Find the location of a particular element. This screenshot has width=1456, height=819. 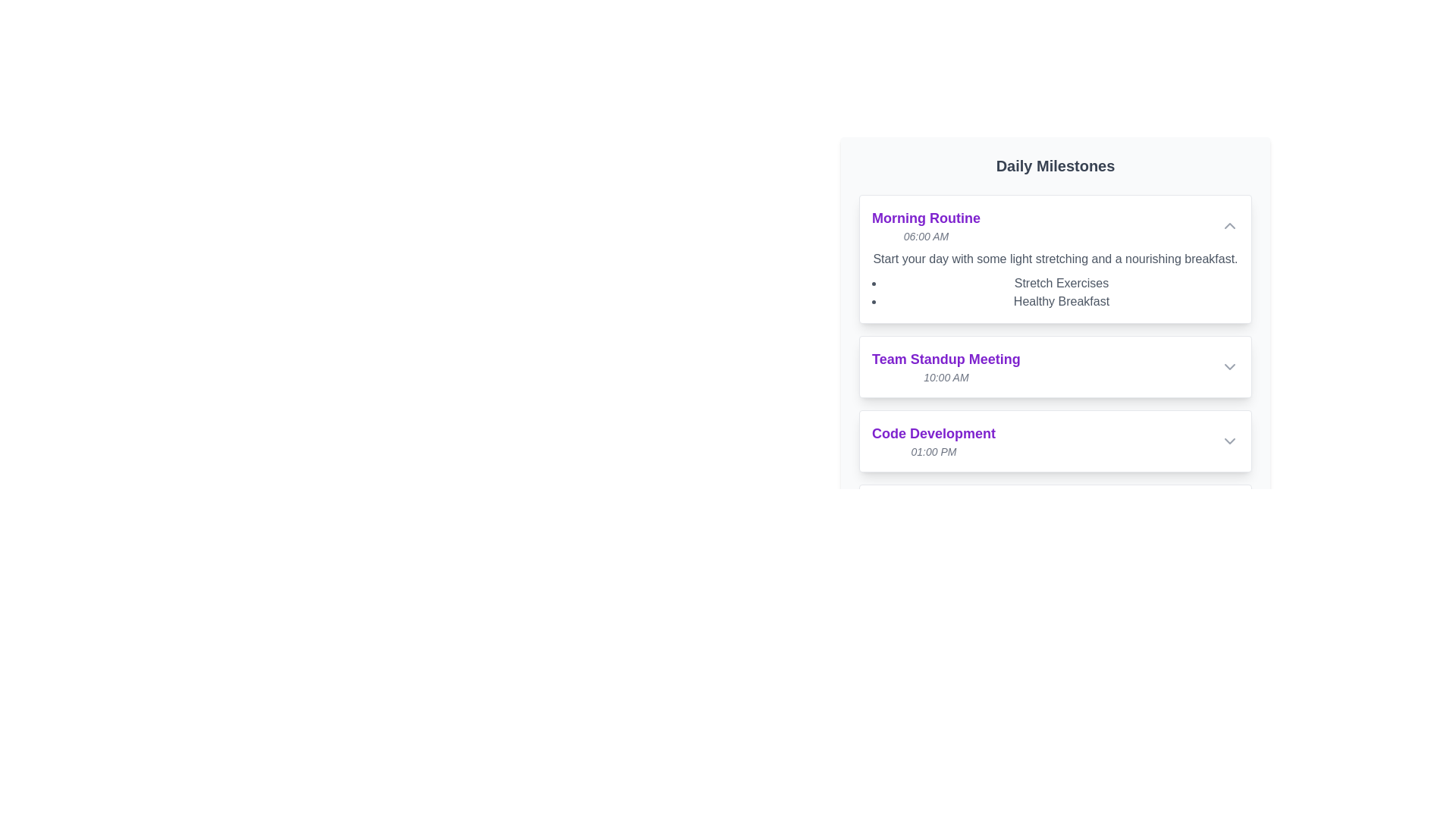

the text element displaying '01:00 PM' in italic gray font, located beneath the bold purple title 'Code Development' in the 'Daily Milestones' section is located at coordinates (933, 451).